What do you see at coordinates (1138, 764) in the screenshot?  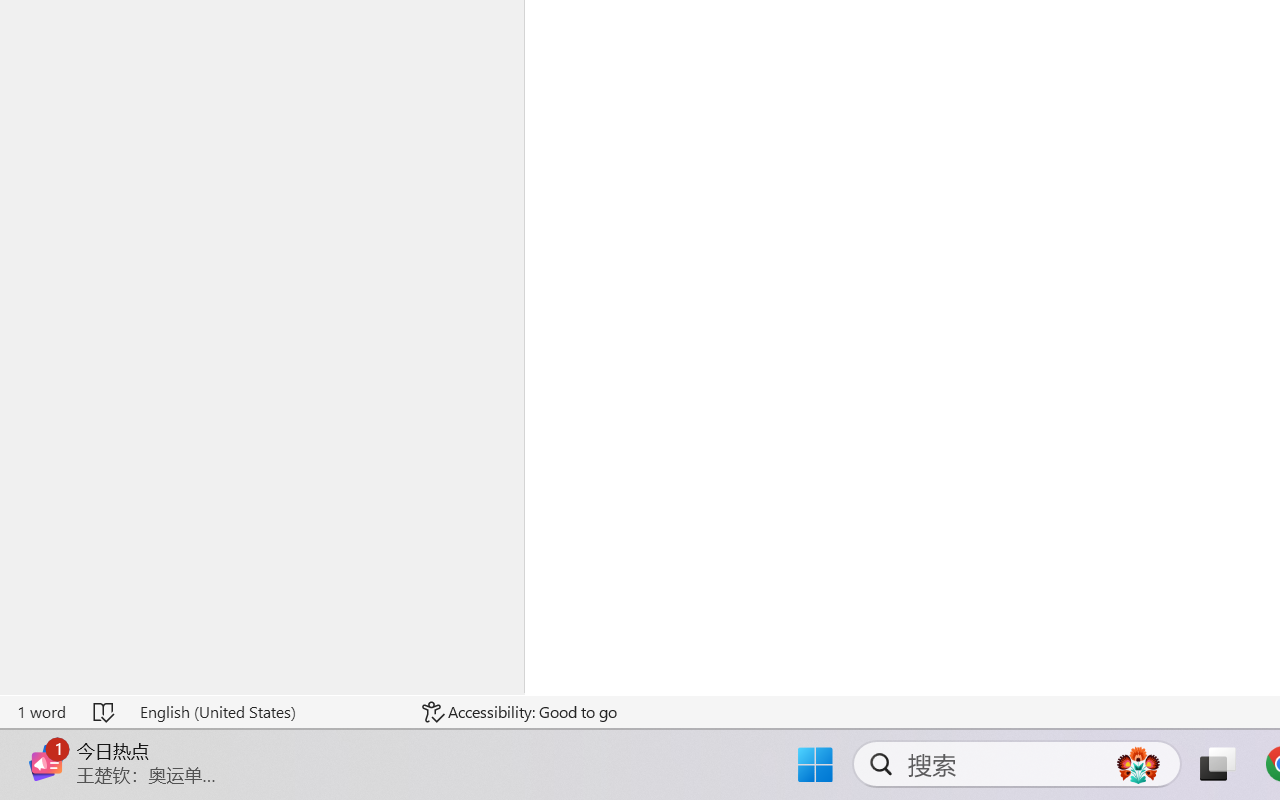 I see `'AutomationID: DynamicSearchBoxGleamImage'` at bounding box center [1138, 764].